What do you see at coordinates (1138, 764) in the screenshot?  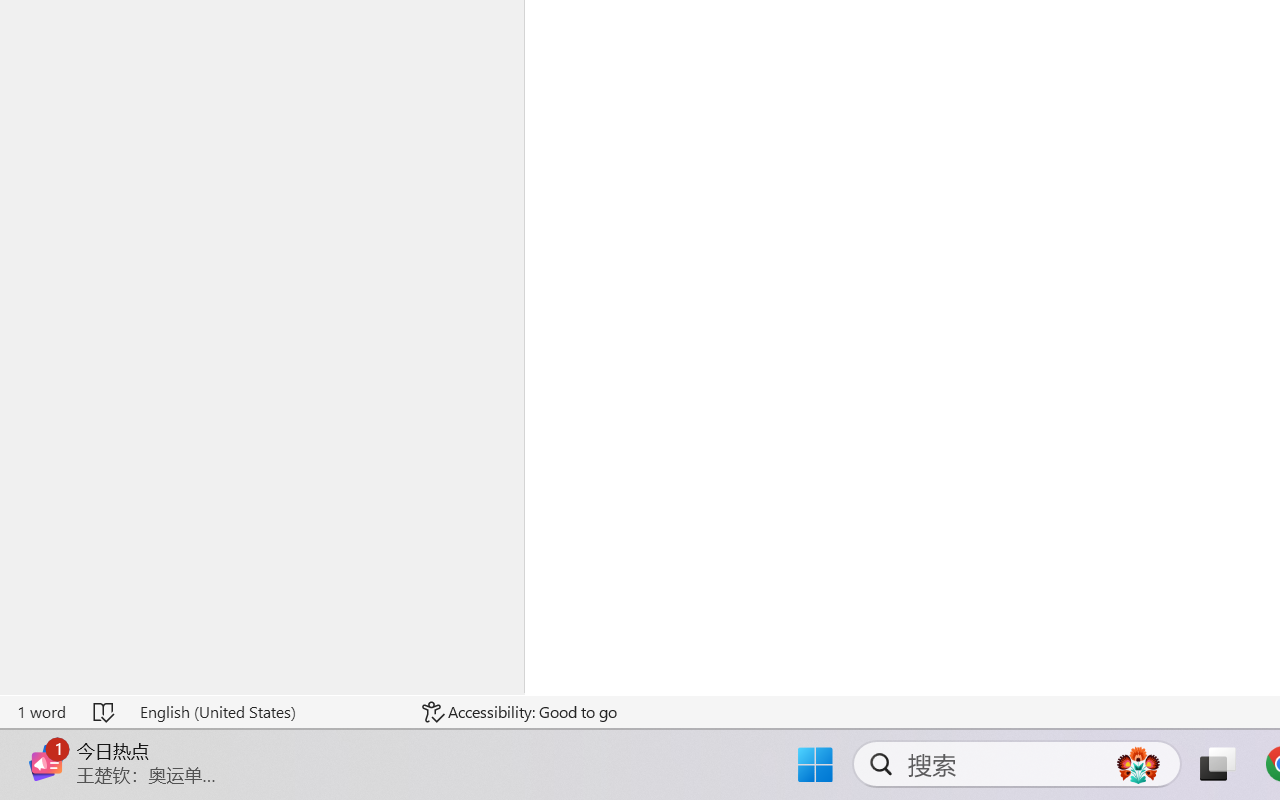 I see `'AutomationID: DynamicSearchBoxGleamImage'` at bounding box center [1138, 764].